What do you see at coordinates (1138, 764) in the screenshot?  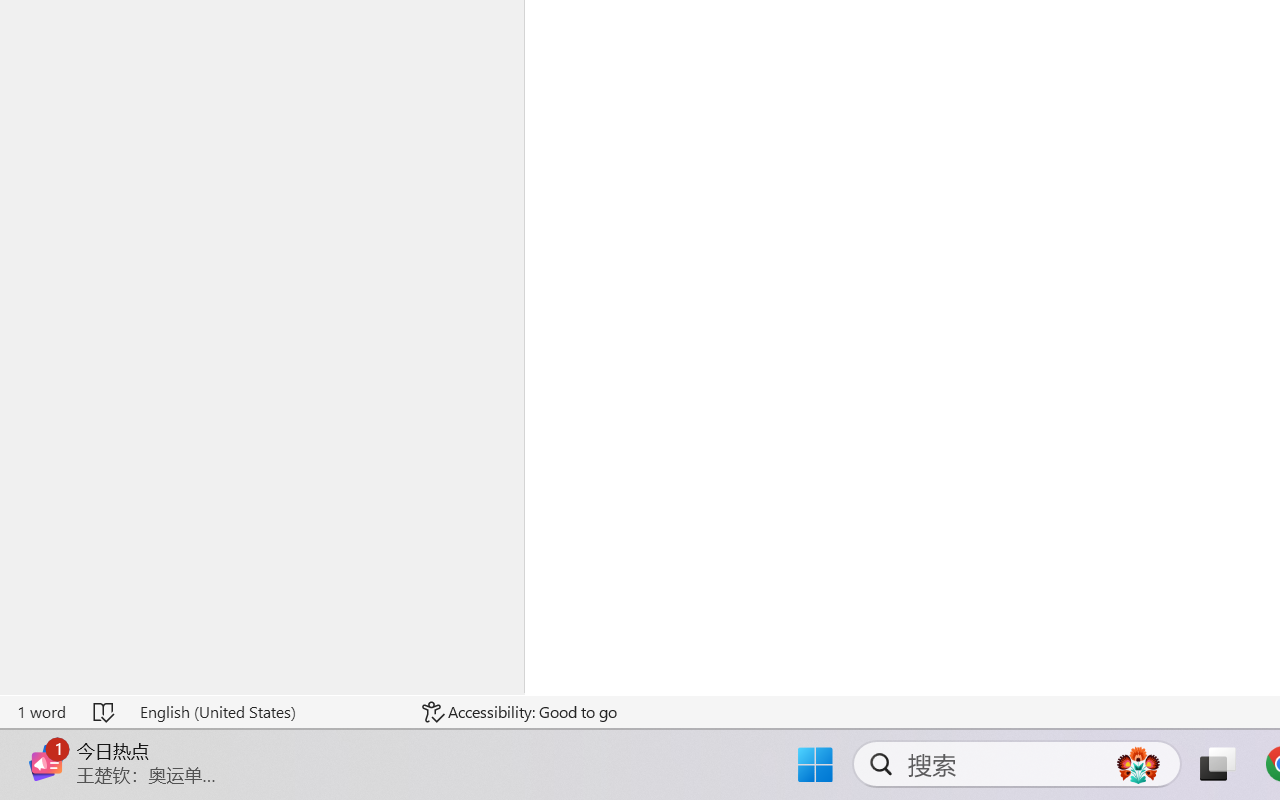 I see `'AutomationID: DynamicSearchBoxGleamImage'` at bounding box center [1138, 764].